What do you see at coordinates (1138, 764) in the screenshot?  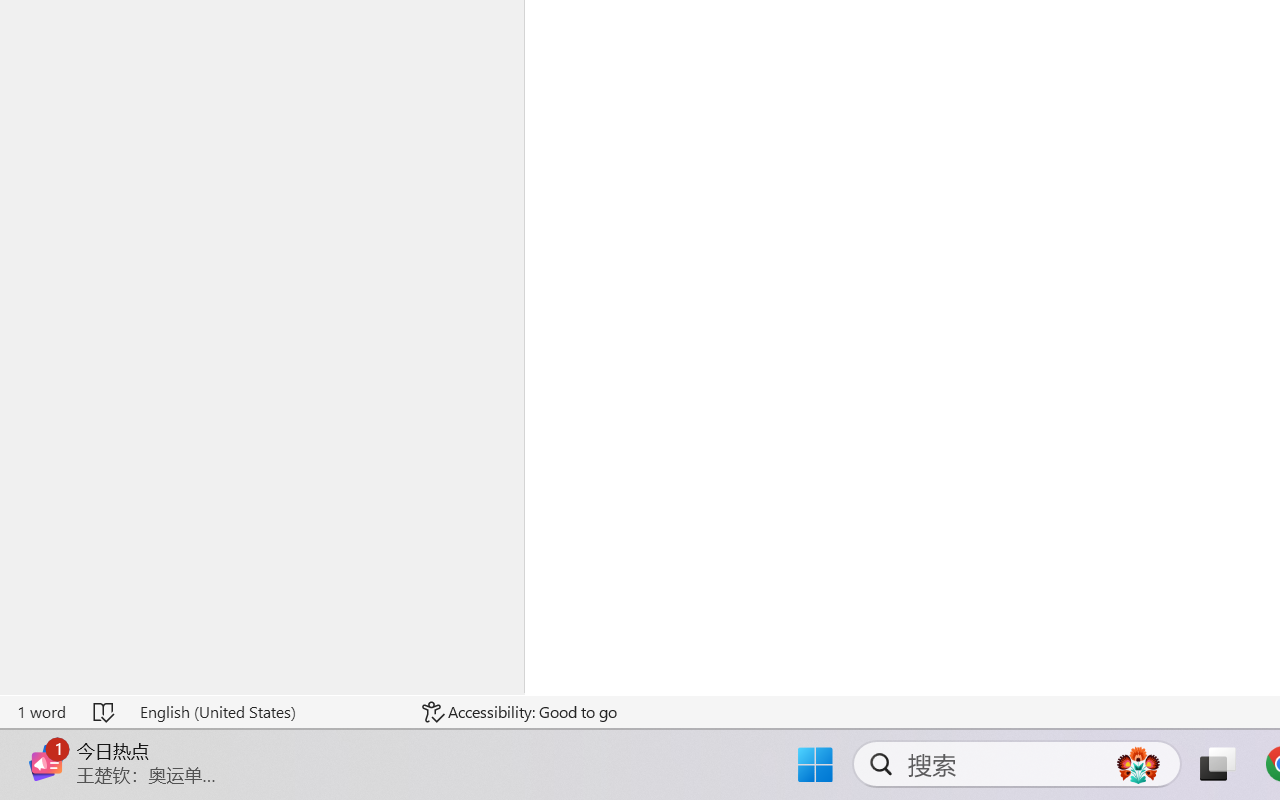 I see `'AutomationID: DynamicSearchBoxGleamImage'` at bounding box center [1138, 764].